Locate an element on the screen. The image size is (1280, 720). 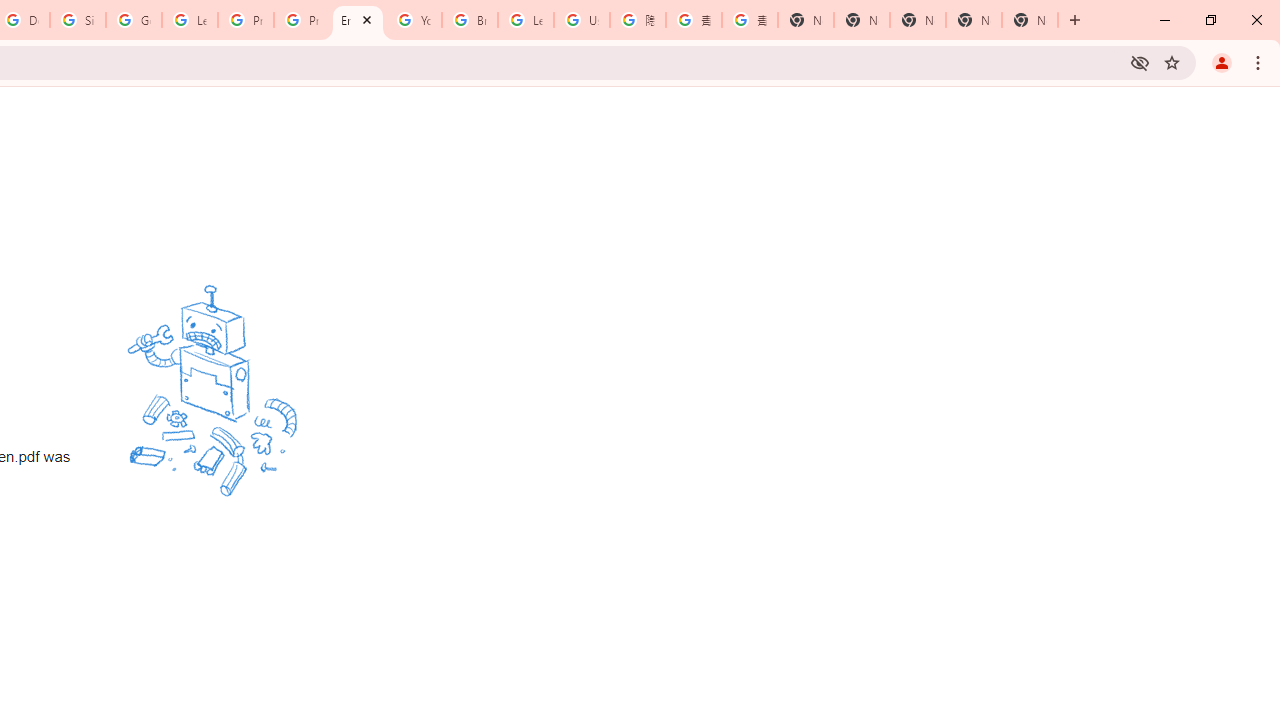
'Sign in - Google Accounts' is located at coordinates (78, 20).